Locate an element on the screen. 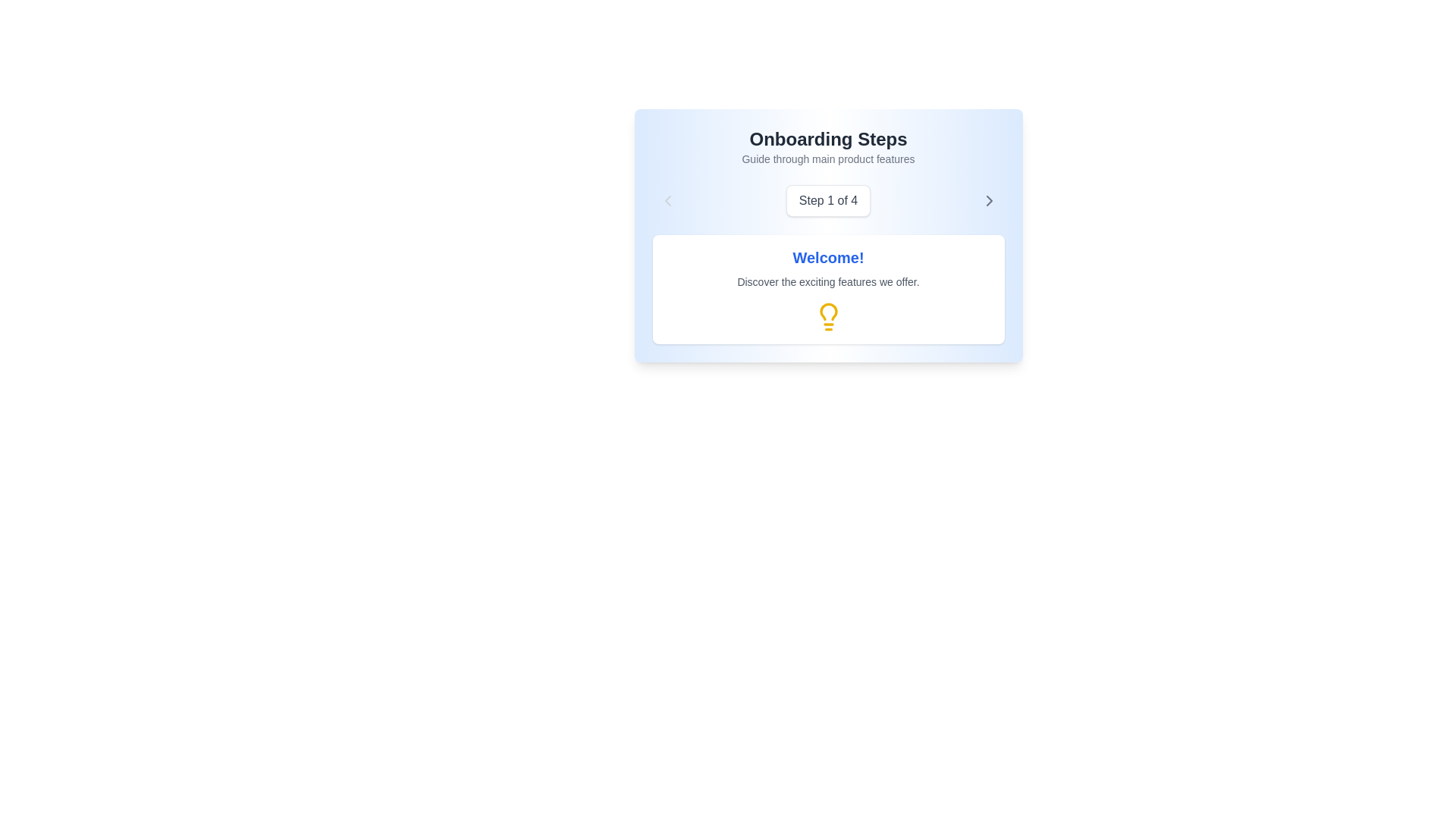 The image size is (1456, 819). the upper bulb portion of the yellow lightbulb icon, which is part of an SVG element located centrally beneath the 'Welcome!' text in the onboarding card is located at coordinates (827, 311).